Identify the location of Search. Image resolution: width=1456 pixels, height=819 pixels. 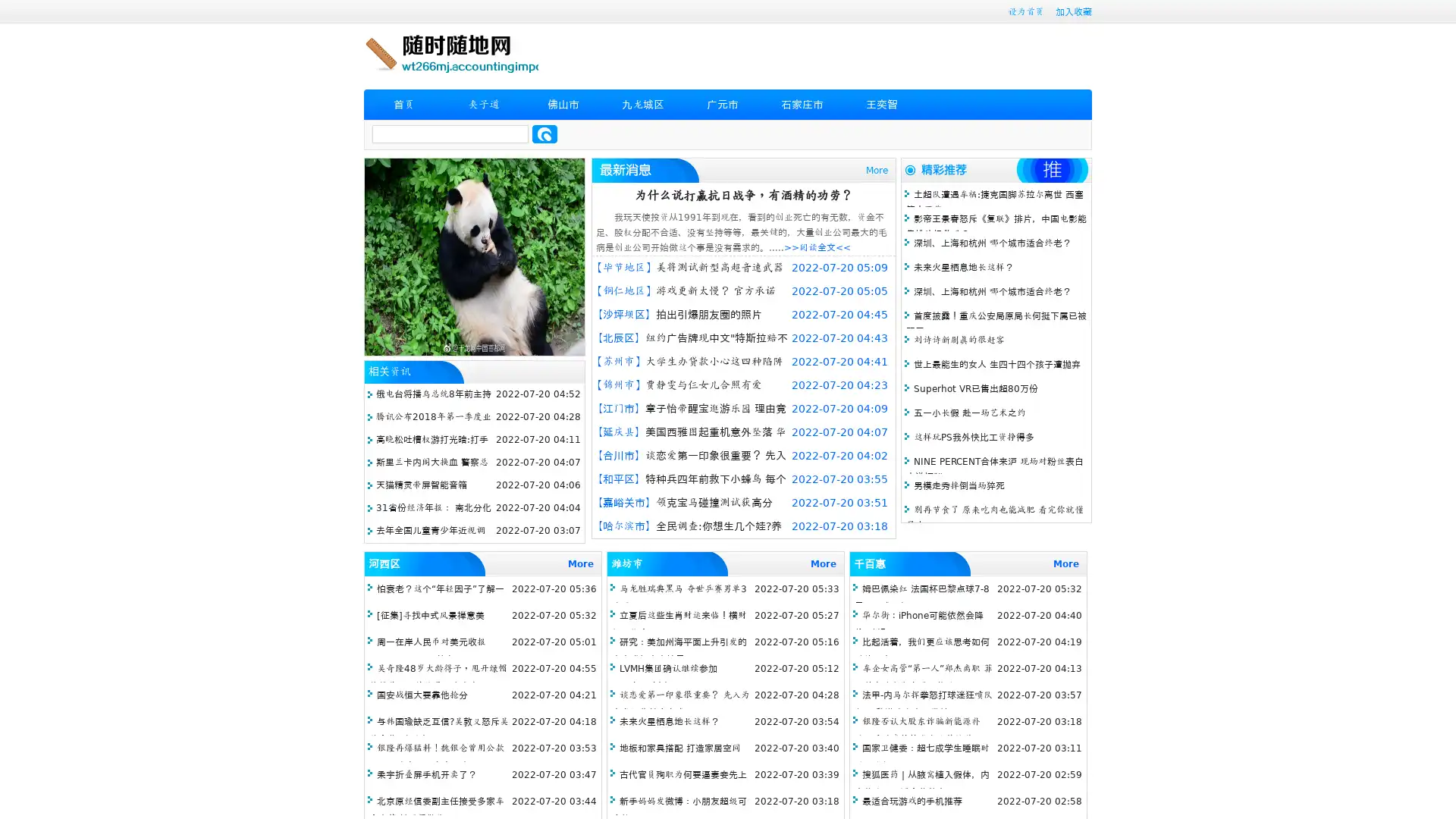
(544, 133).